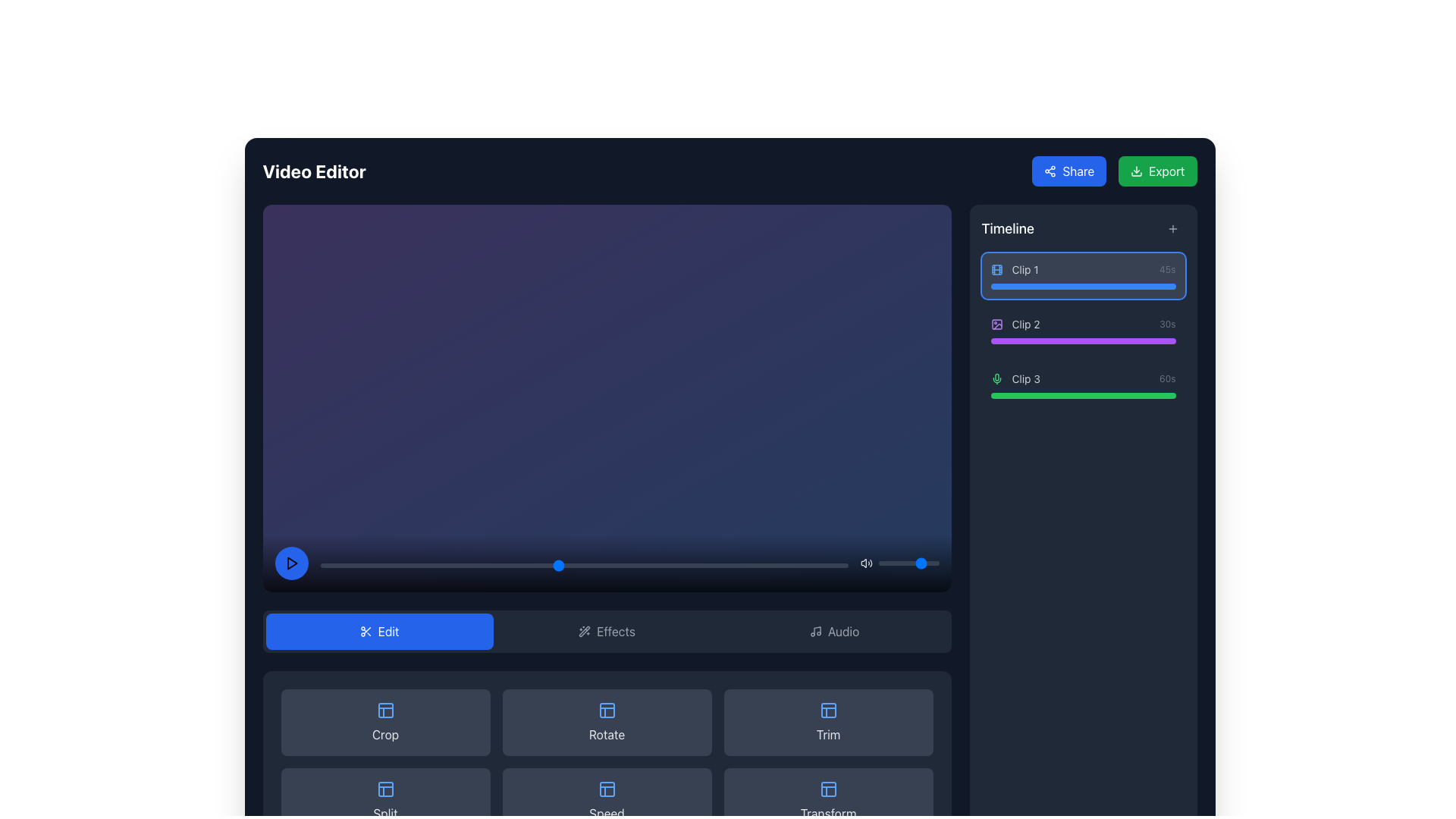 The width and height of the screenshot is (1456, 819). Describe the element at coordinates (827, 733) in the screenshot. I see `the 'Trim' label located below the blue 'Edit' button in the 'Edit' section of the interface` at that location.